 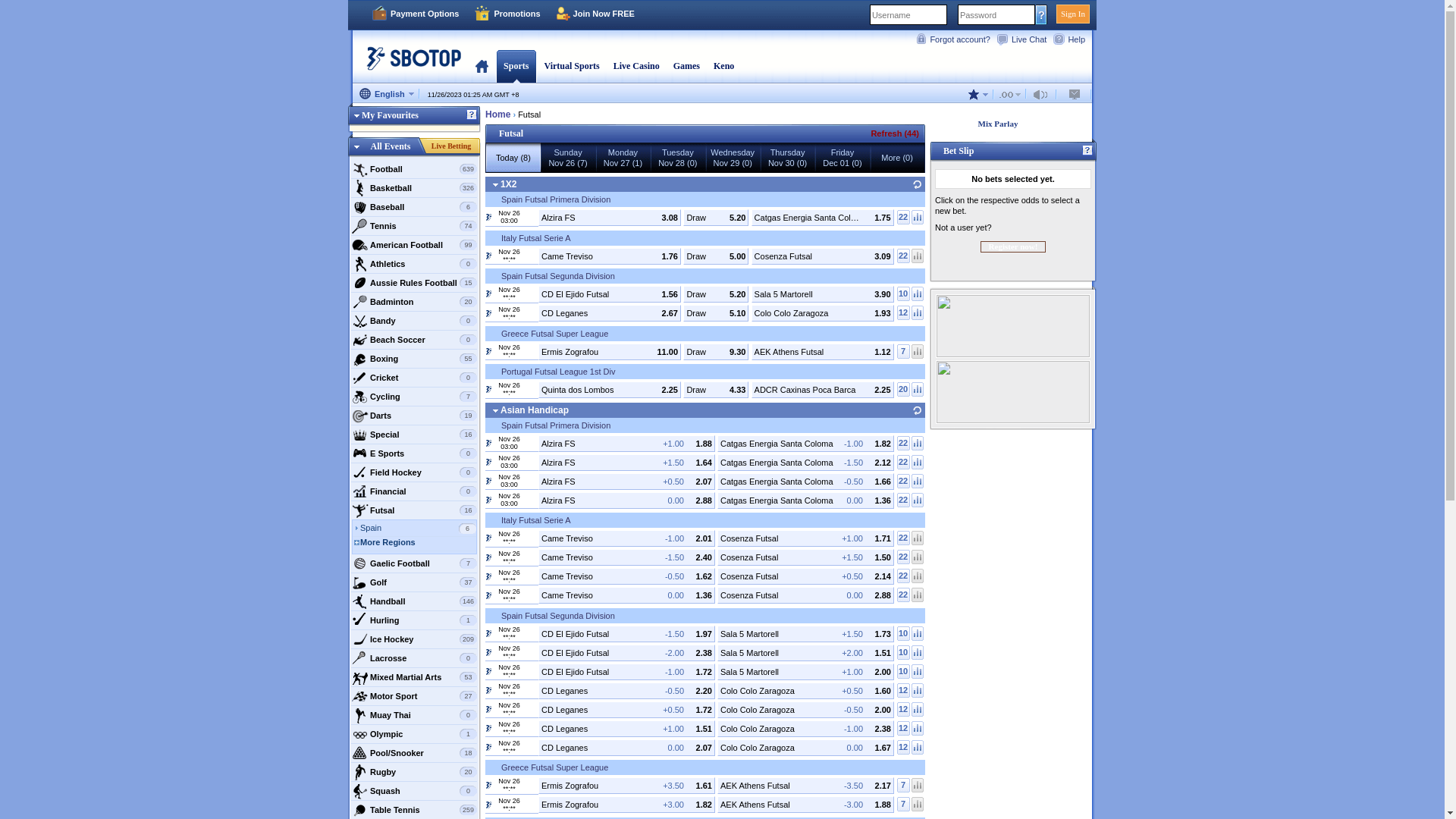 I want to click on '12', so click(x=903, y=709).